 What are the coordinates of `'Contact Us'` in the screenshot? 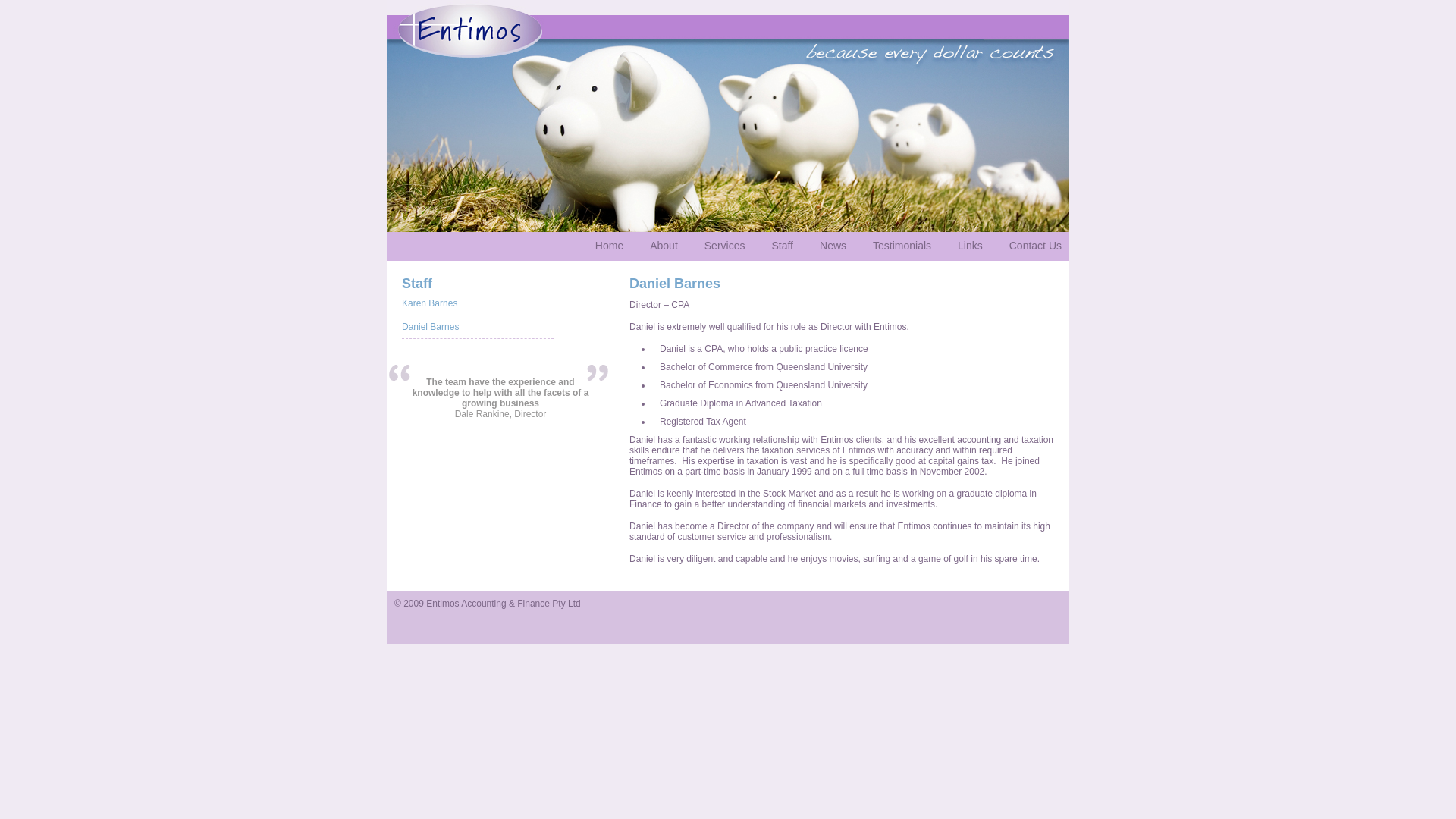 It's located at (1034, 245).